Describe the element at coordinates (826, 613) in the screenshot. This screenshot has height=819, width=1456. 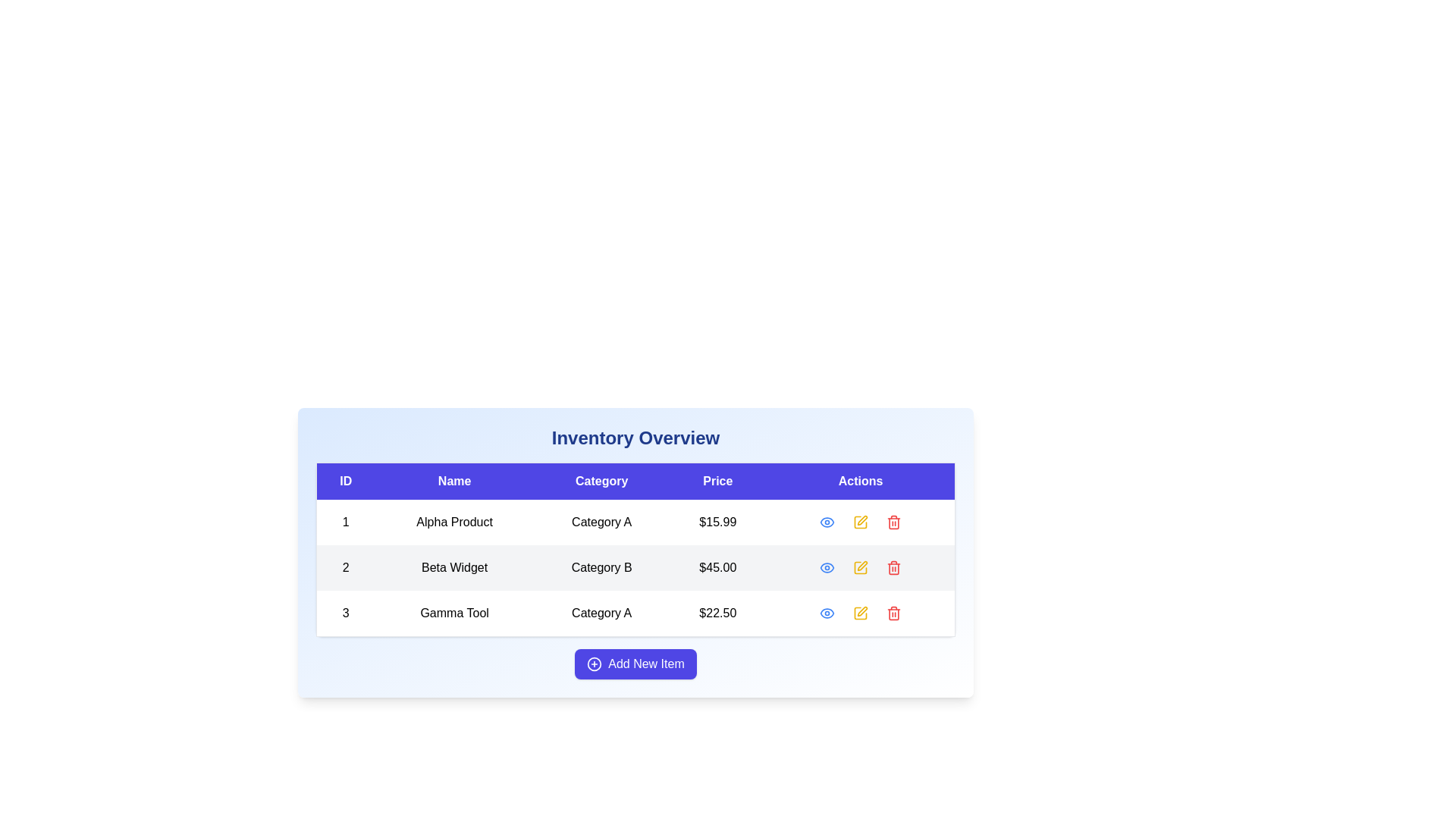
I see `the leftmost 'view' icon in the 'Actions' column of the third row related to the 'Gamma Tool'` at that location.